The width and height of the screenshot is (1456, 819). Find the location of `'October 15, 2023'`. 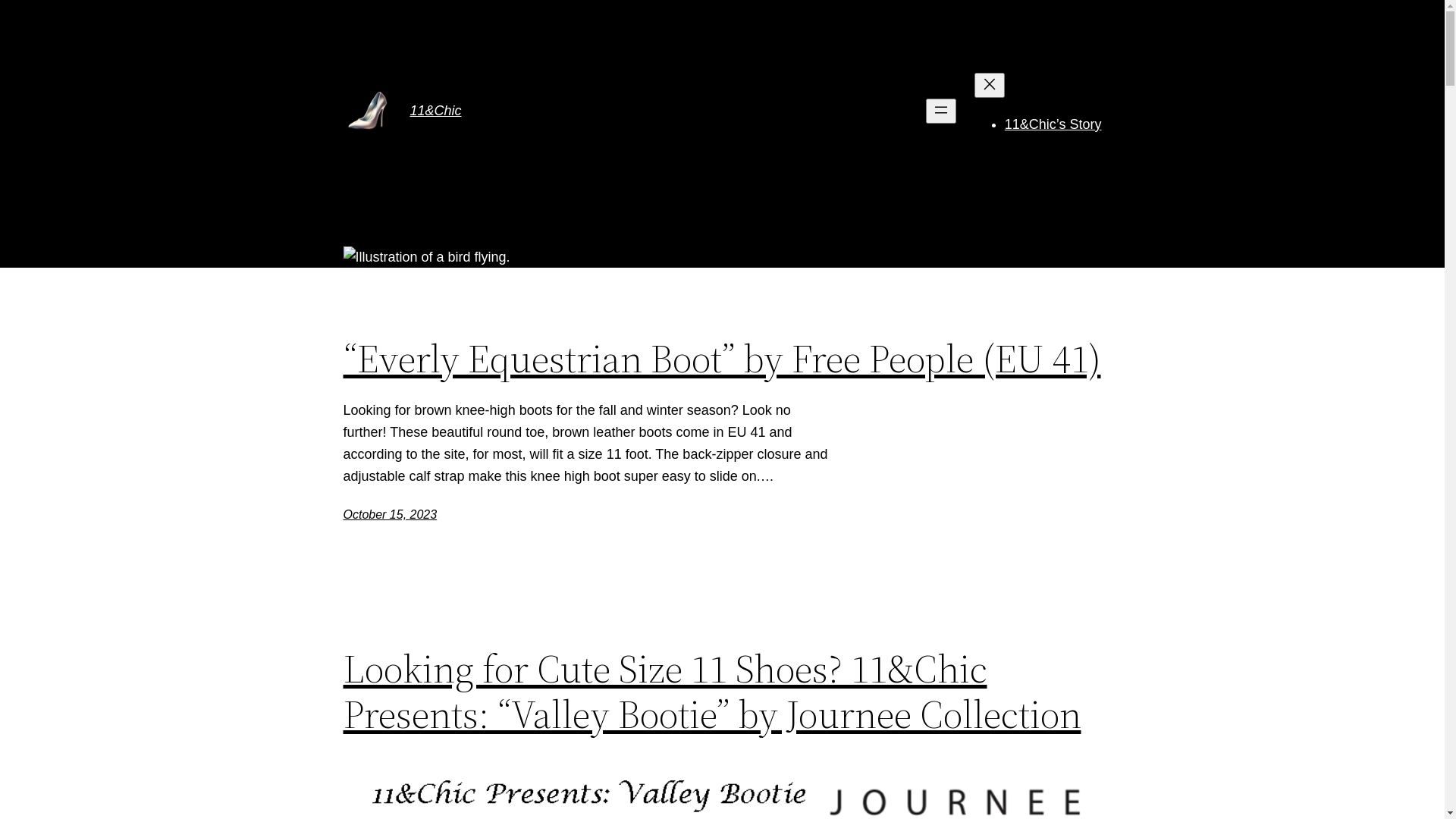

'October 15, 2023' is located at coordinates (389, 513).